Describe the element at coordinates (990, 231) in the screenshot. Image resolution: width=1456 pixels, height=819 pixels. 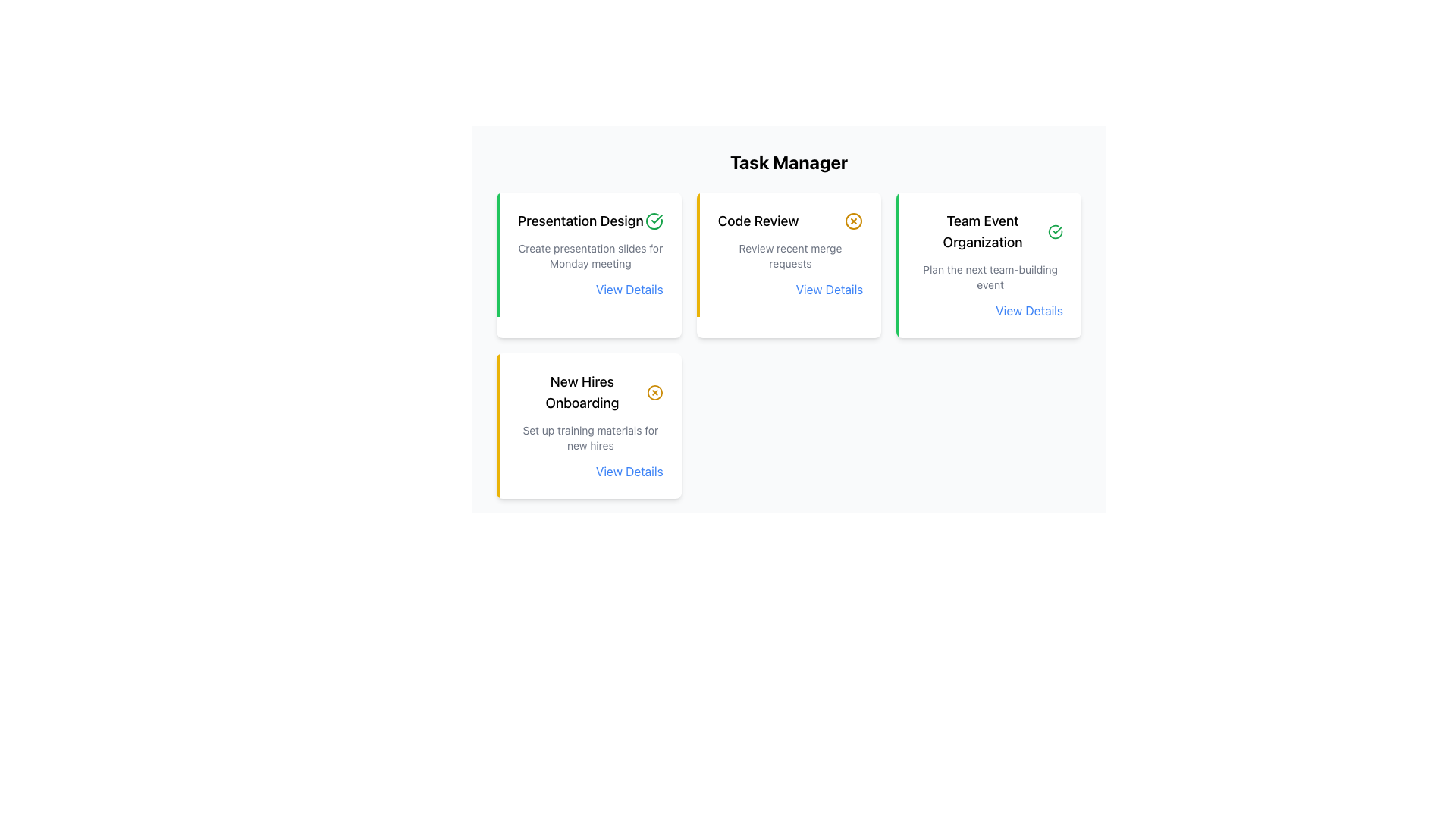
I see `title 'Team Event Organization' which is prominently displayed in bold font with a green checkmark icon to its right, located in the top-right section of the card in the Task Manager interface` at that location.